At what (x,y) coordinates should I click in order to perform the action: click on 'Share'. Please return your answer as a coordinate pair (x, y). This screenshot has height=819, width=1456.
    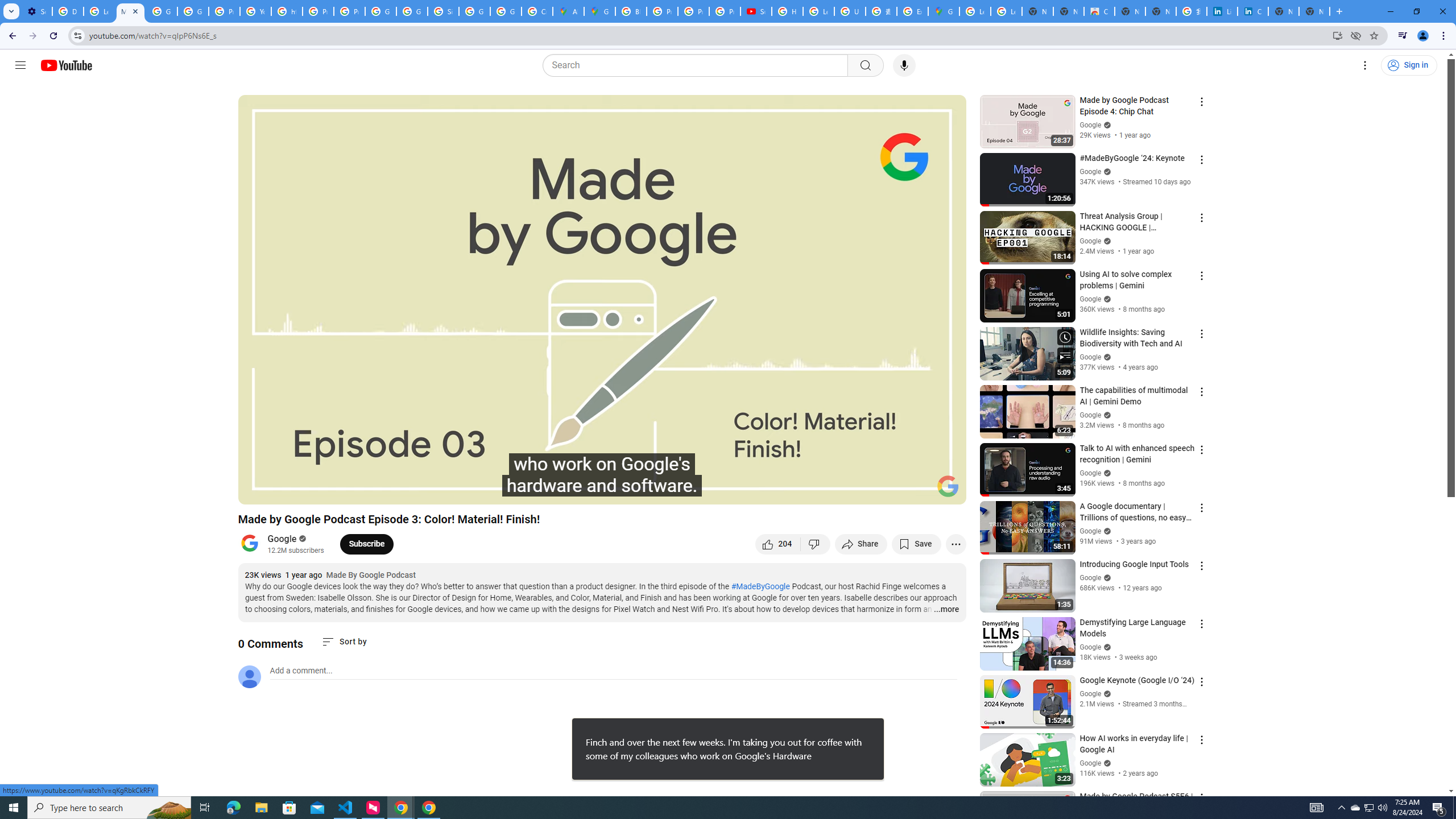
    Looking at the image, I should click on (861, 543).